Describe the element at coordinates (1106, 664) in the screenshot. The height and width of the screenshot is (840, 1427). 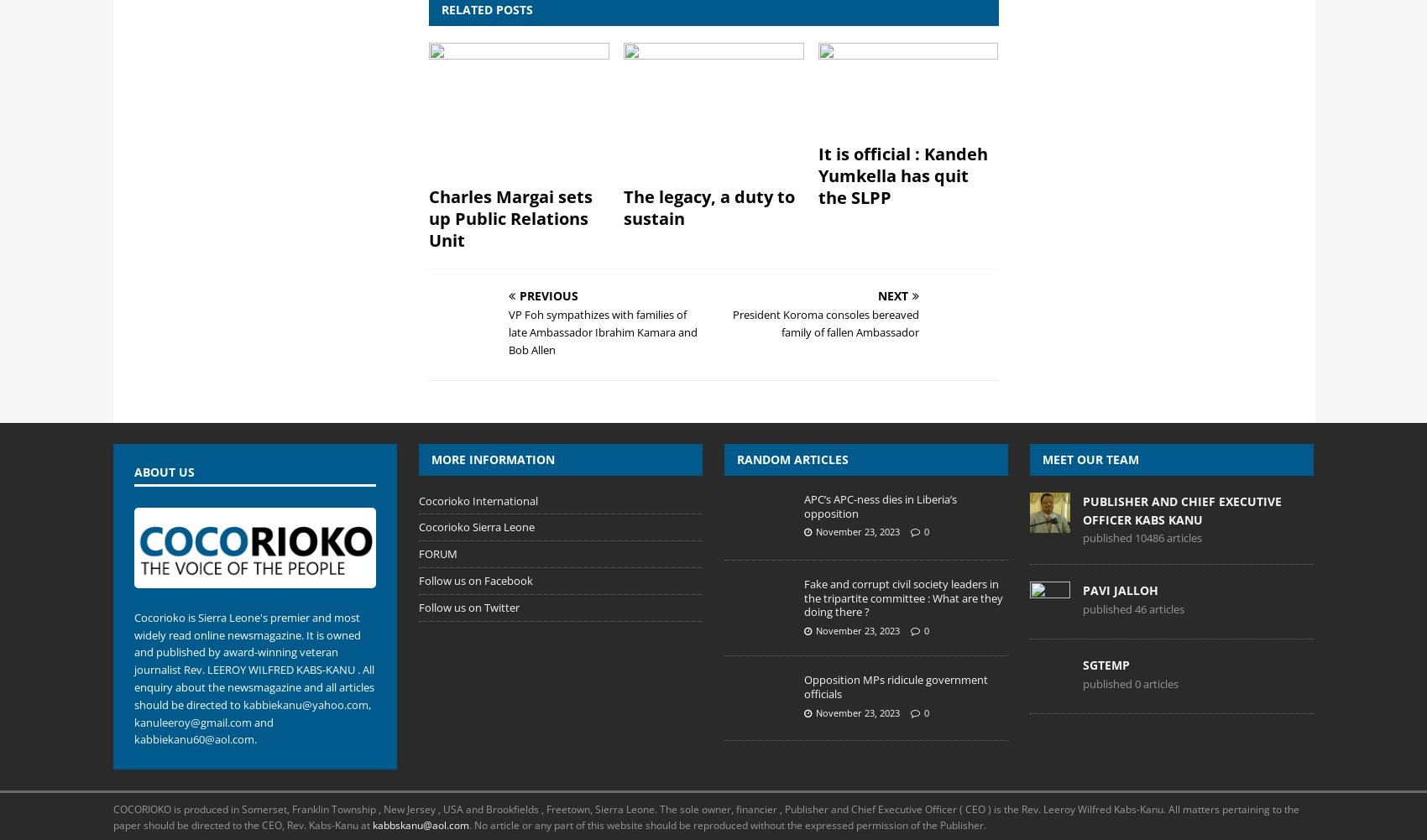
I see `'sgtemp'` at that location.